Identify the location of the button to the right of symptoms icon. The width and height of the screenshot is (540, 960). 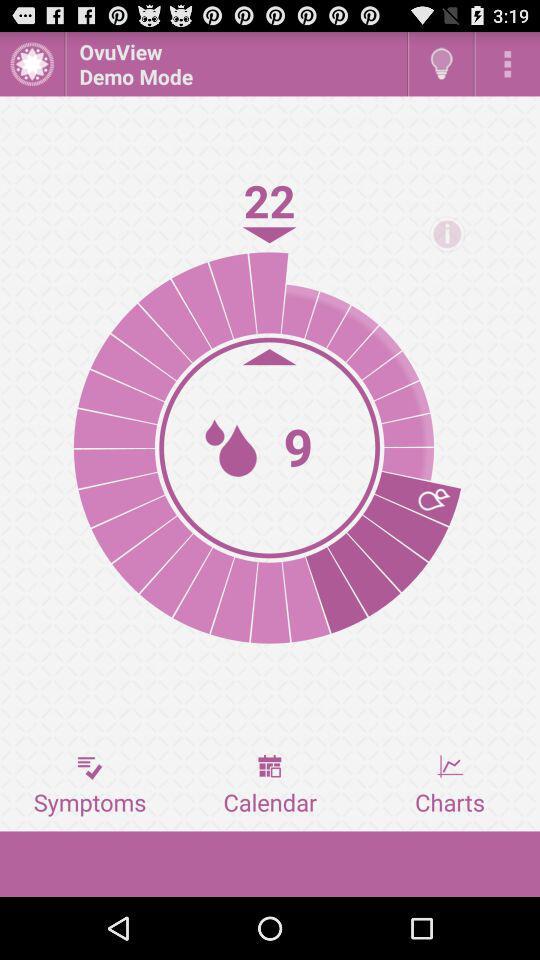
(270, 785).